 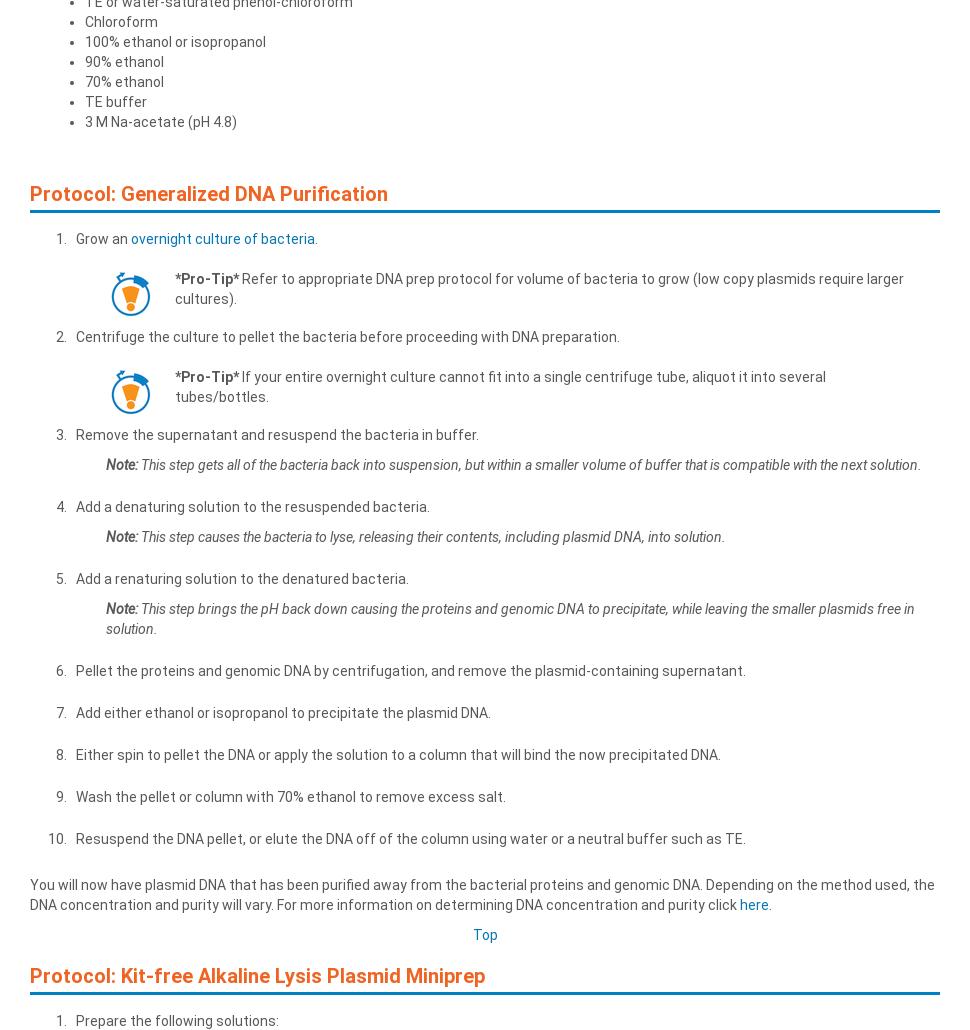 What do you see at coordinates (410, 837) in the screenshot?
I see `'Resuspend the DNA pellet, or elute the DNA off of the column using water or a neutral buffer such as TE.'` at bounding box center [410, 837].